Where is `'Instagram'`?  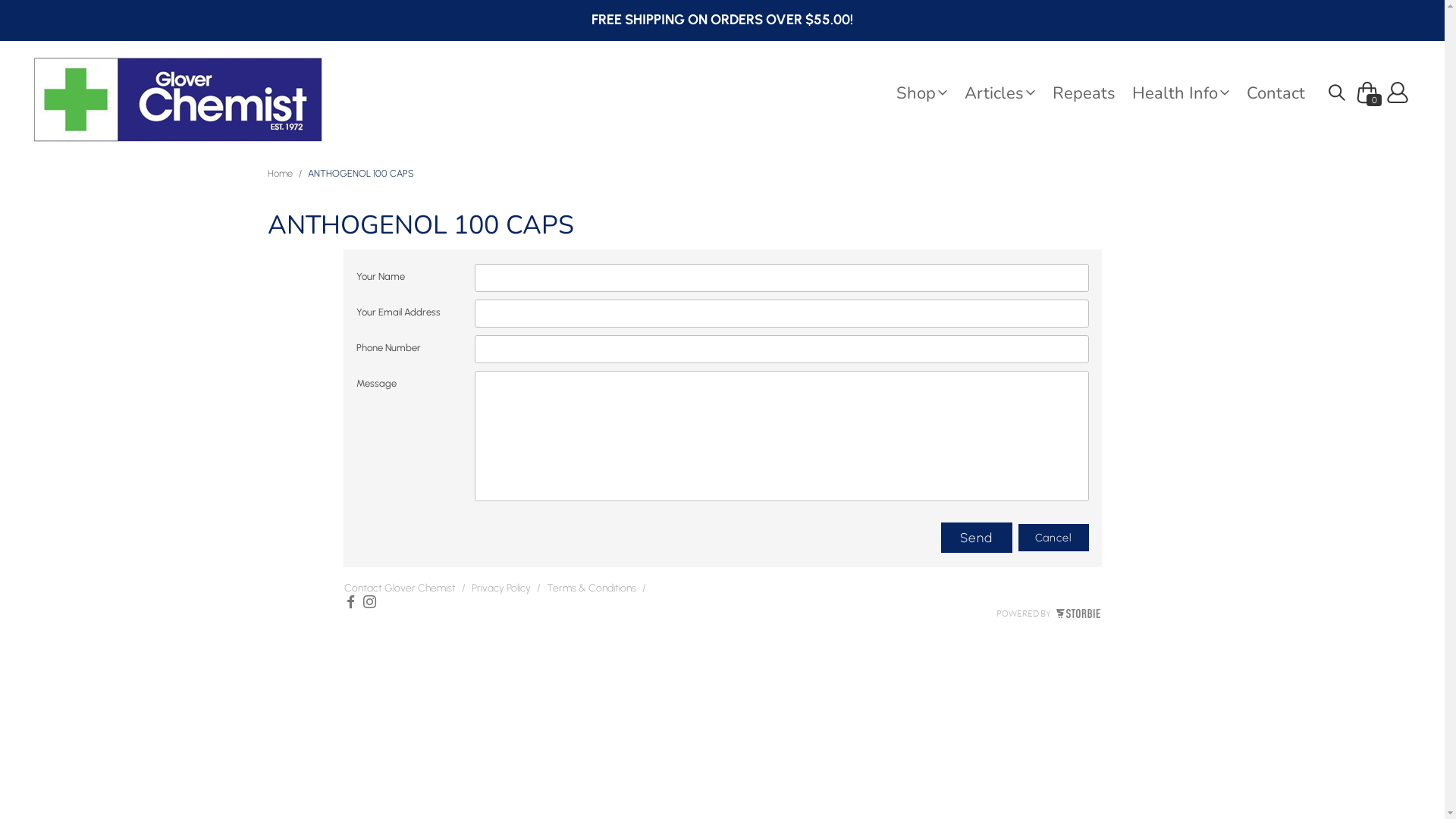 'Instagram' is located at coordinates (369, 604).